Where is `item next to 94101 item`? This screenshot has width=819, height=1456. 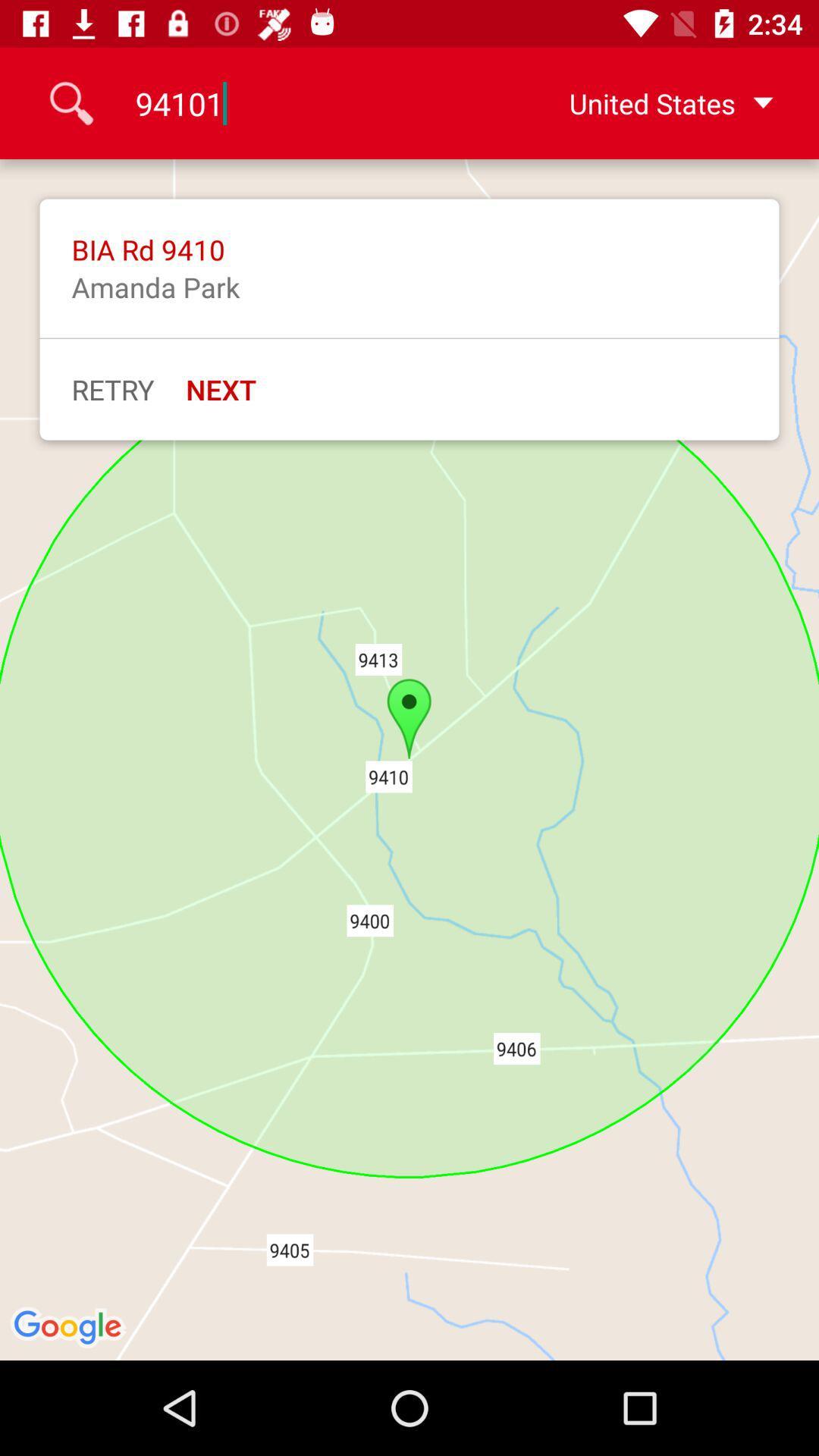
item next to 94101 item is located at coordinates (647, 102).